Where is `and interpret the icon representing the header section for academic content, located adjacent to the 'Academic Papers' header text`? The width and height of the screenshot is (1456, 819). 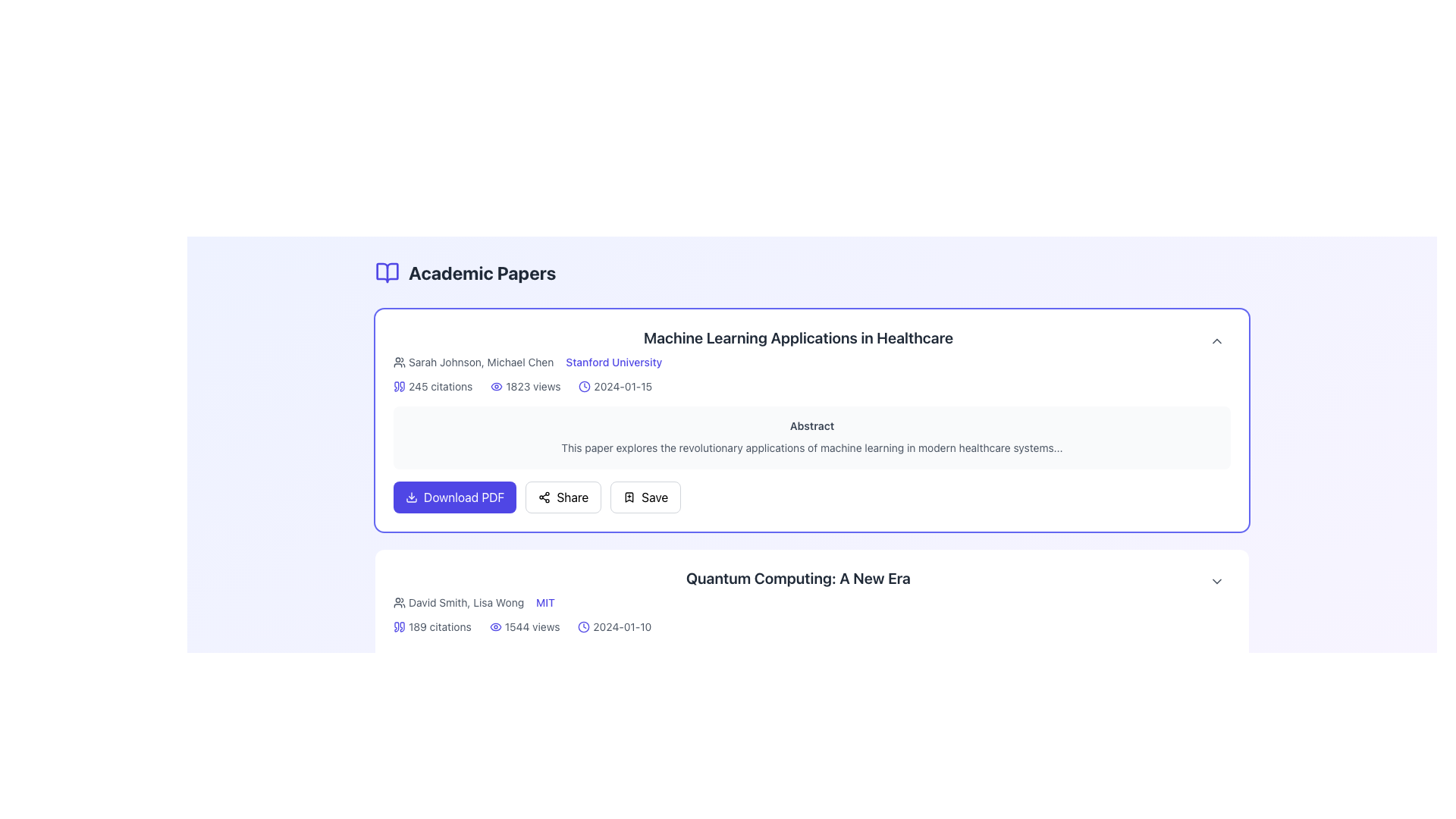 and interpret the icon representing the header section for academic content, located adjacent to the 'Academic Papers' header text is located at coordinates (387, 271).